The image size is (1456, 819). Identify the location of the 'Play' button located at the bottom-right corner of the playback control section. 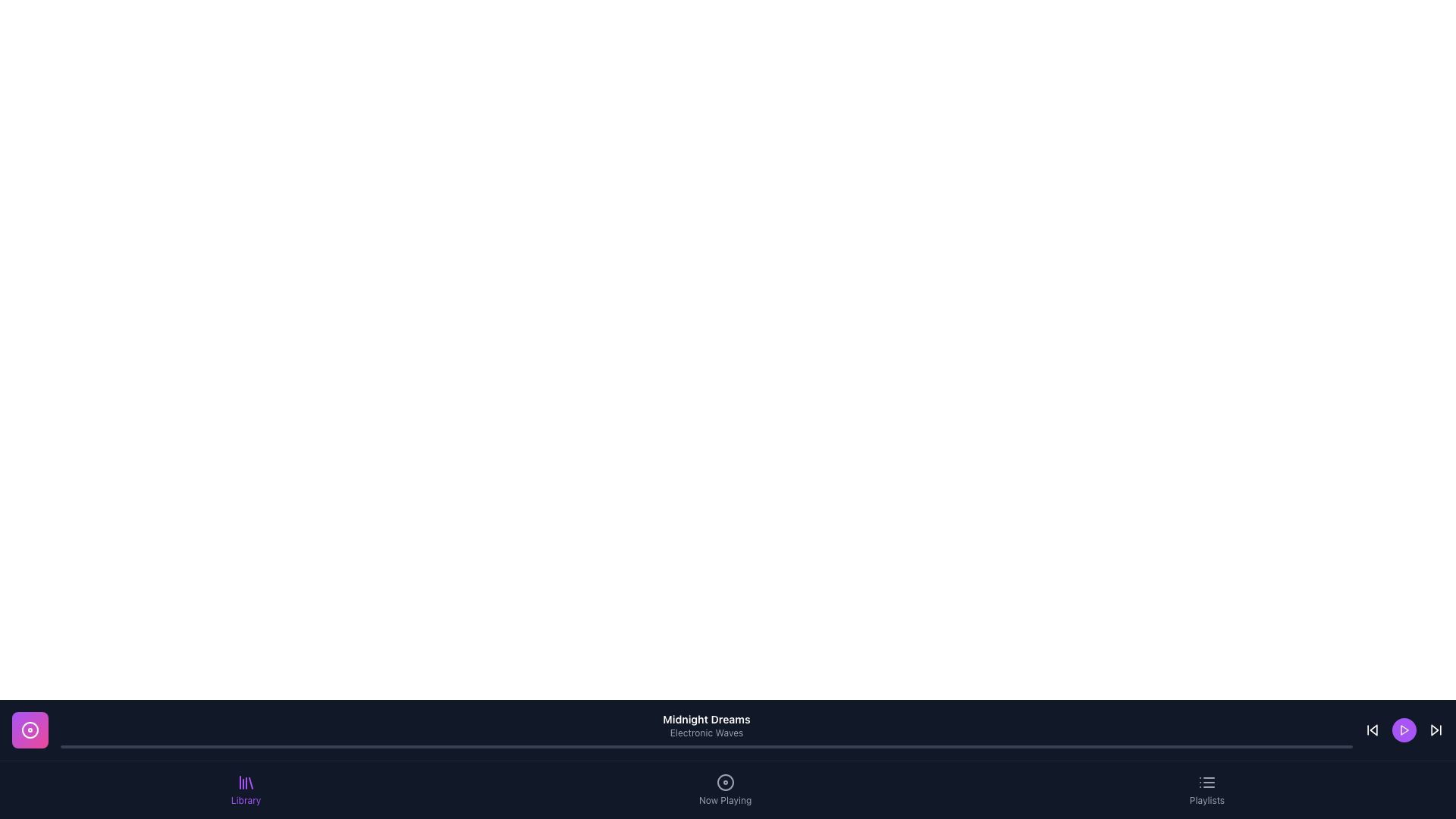
(1404, 730).